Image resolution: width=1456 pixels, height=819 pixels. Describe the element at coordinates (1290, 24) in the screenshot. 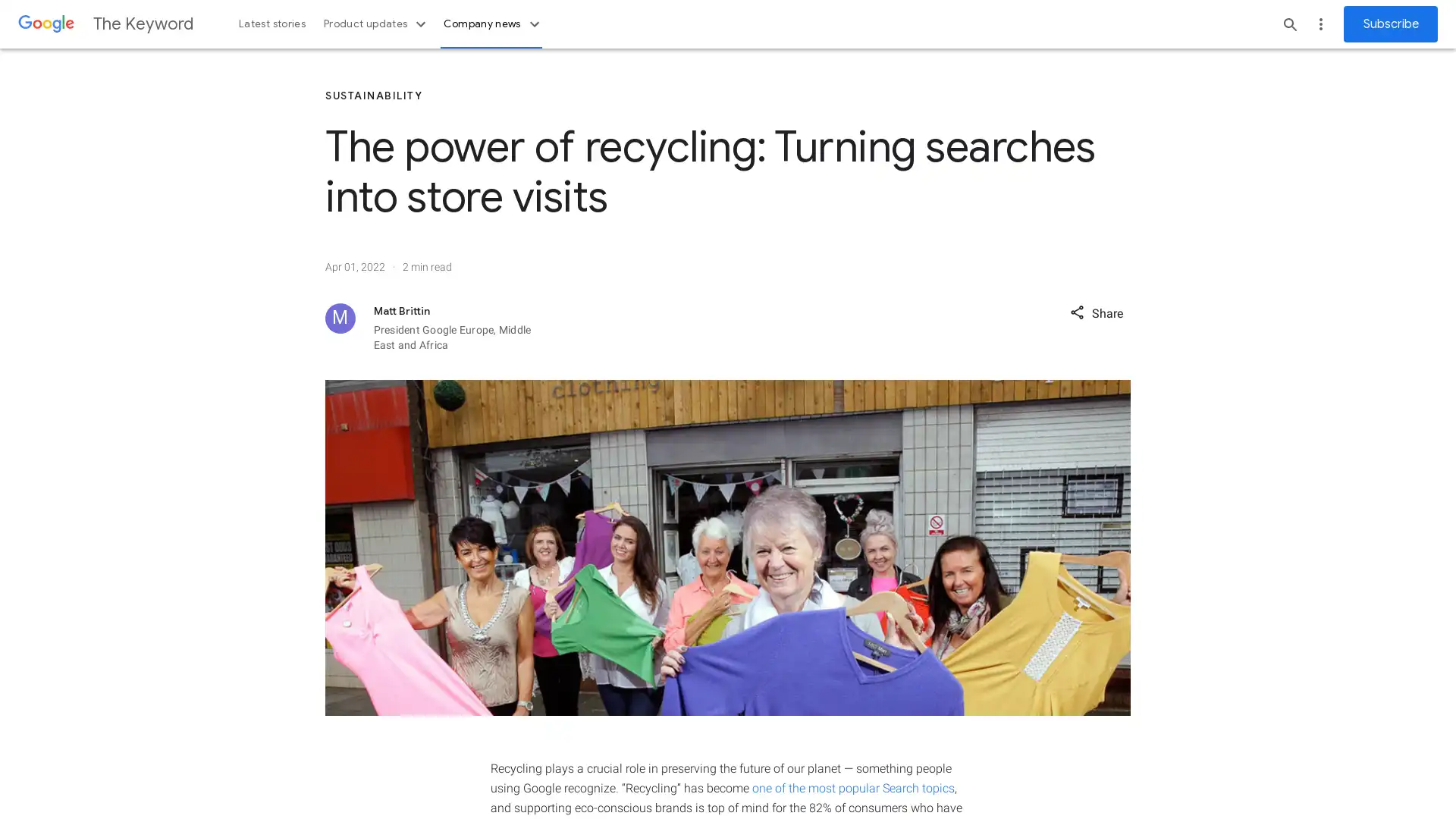

I see `Search` at that location.